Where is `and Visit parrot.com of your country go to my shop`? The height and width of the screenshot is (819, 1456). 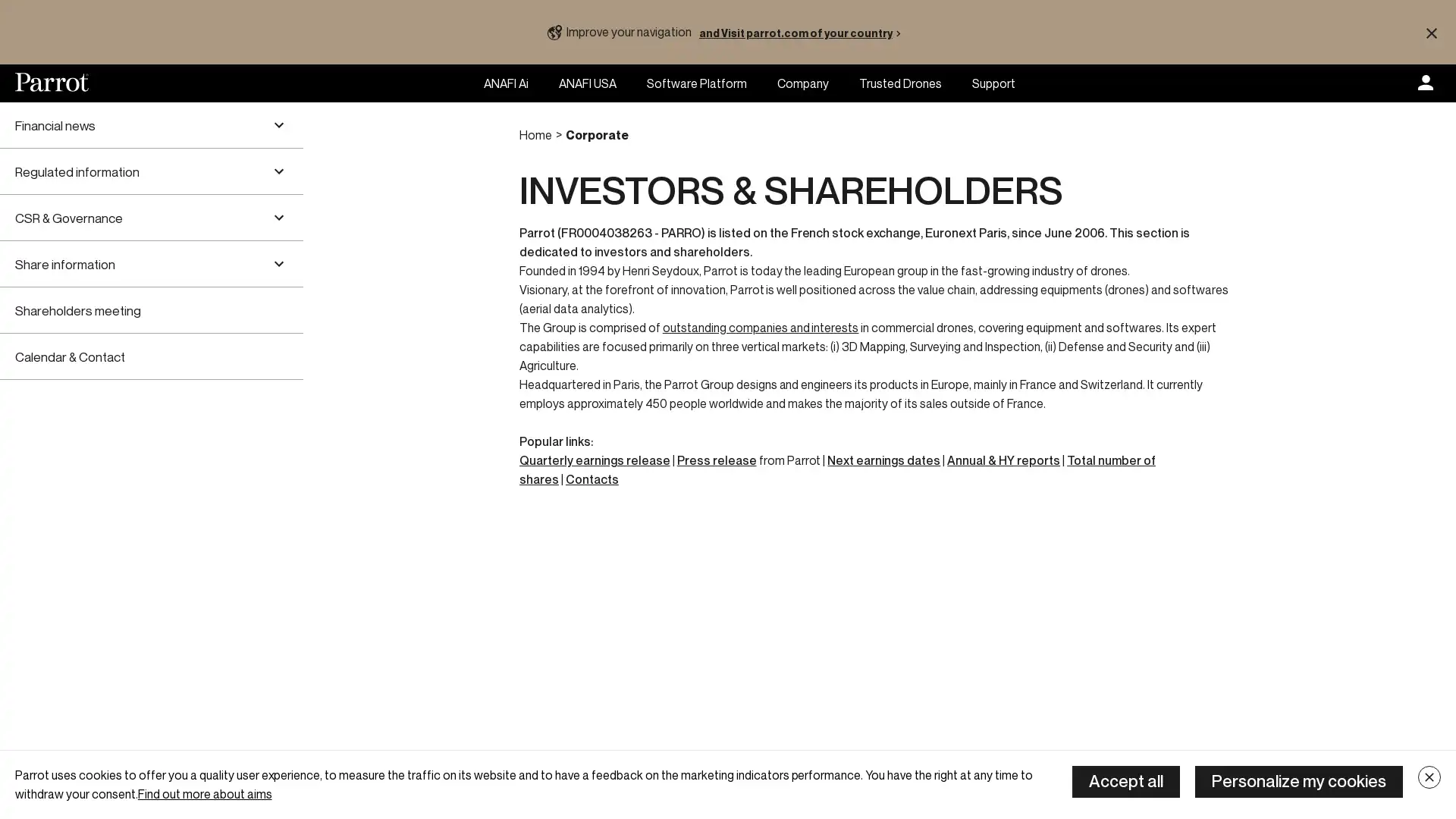
and Visit parrot.com of your country go to my shop is located at coordinates (802, 32).